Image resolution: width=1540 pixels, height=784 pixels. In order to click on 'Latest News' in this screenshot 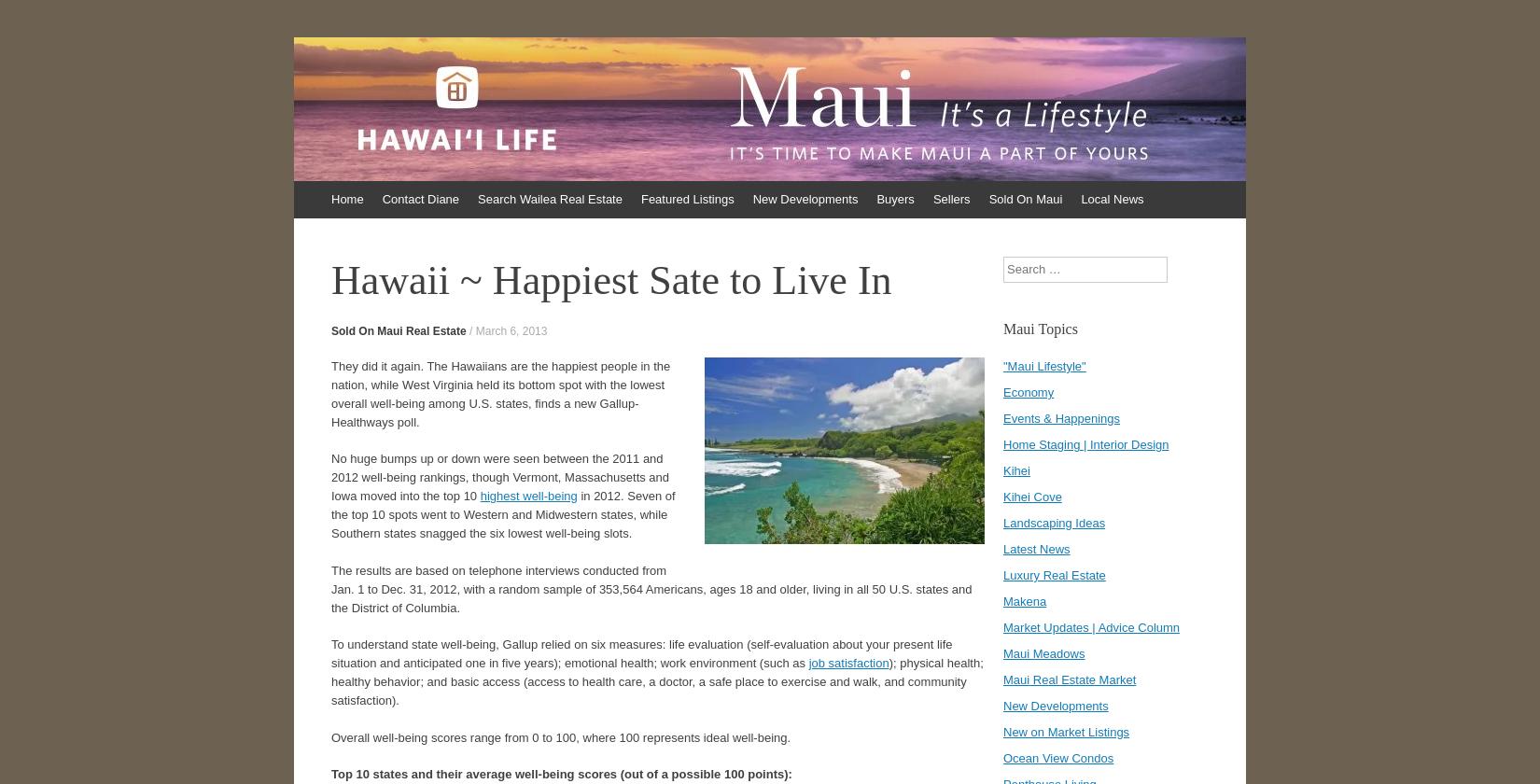, I will do `click(1002, 549)`.